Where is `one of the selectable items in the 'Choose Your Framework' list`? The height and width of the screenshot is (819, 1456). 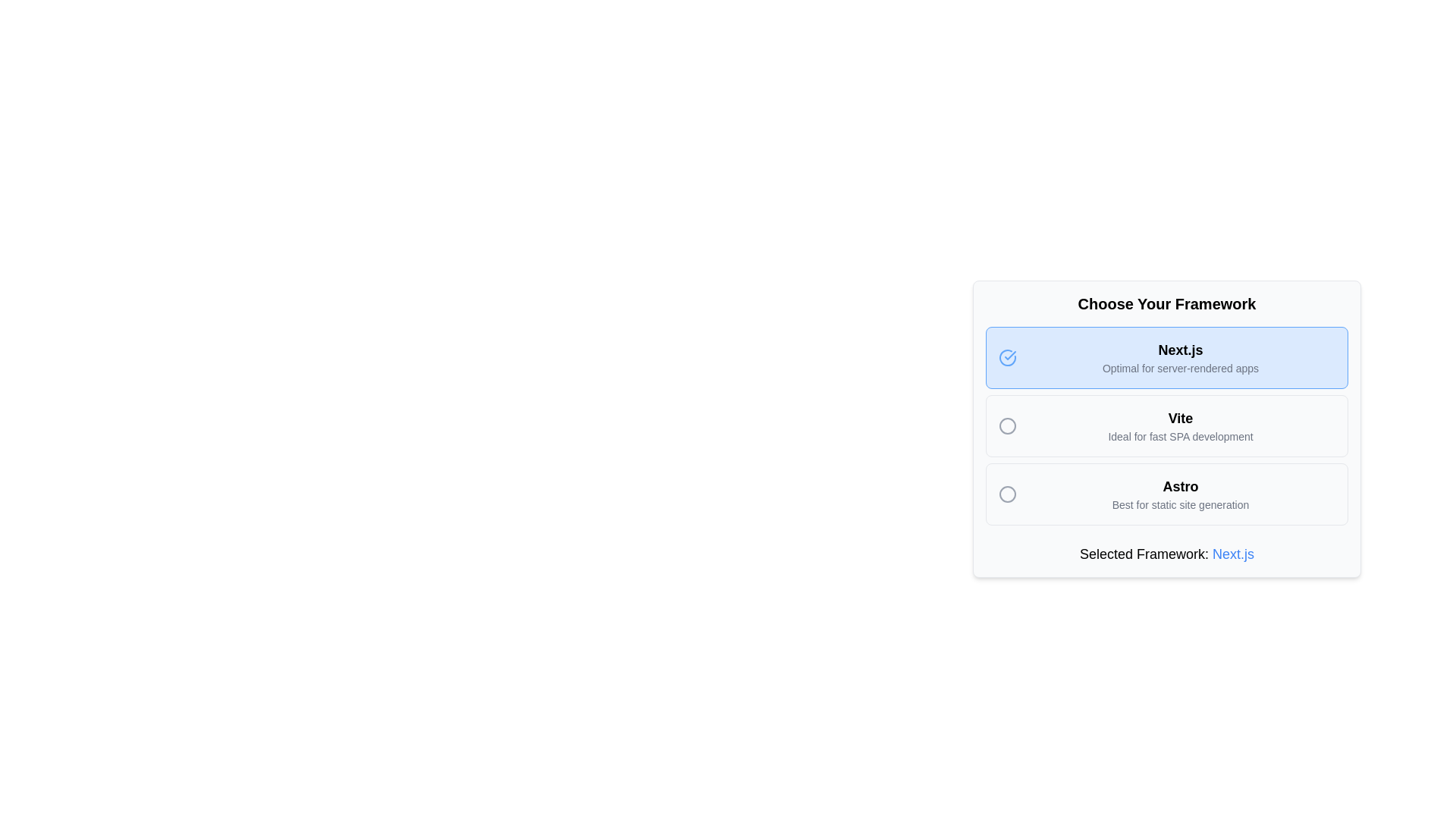
one of the selectable items in the 'Choose Your Framework' list is located at coordinates (1166, 426).